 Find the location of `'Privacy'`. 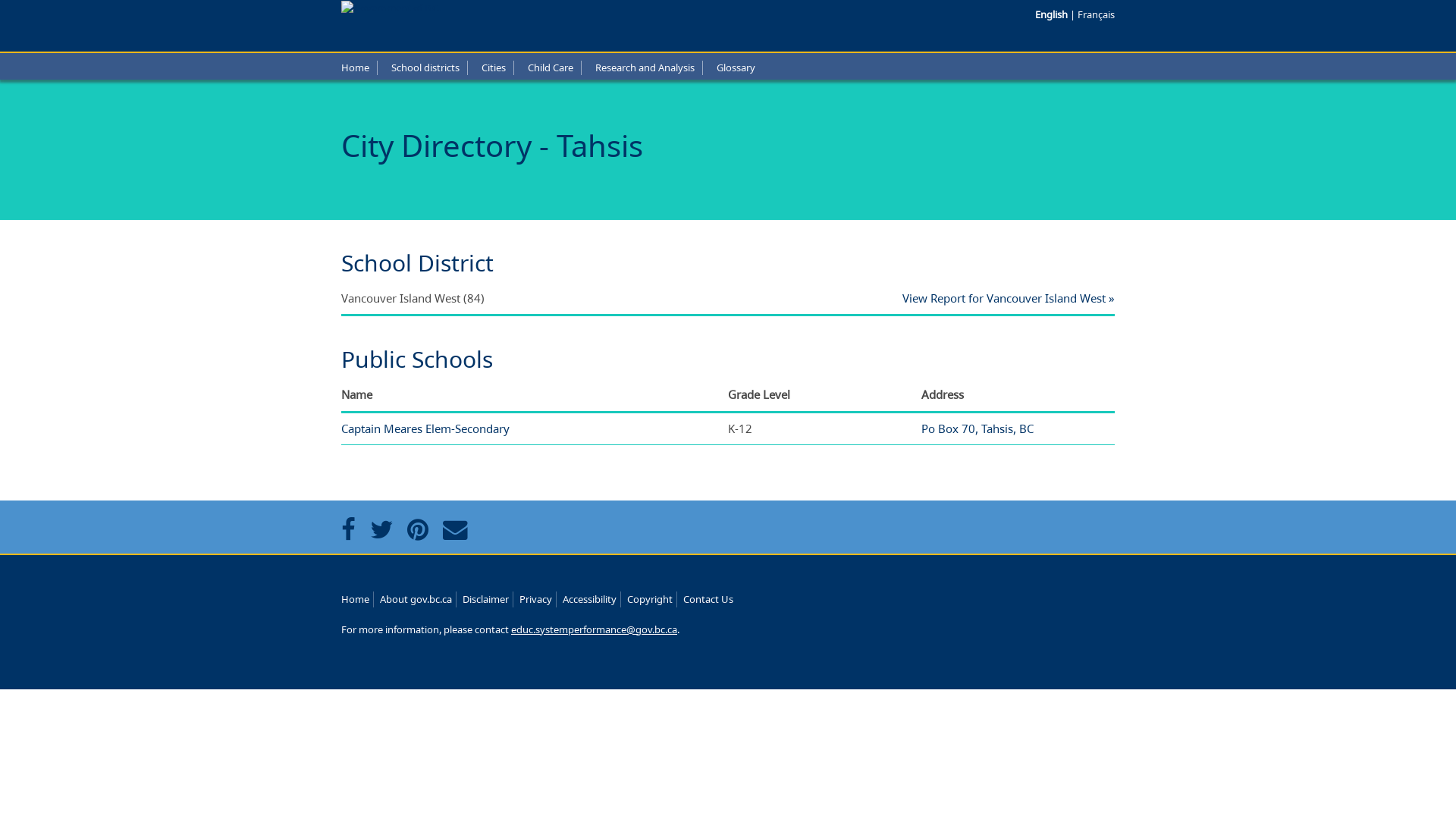

'Privacy' is located at coordinates (535, 598).